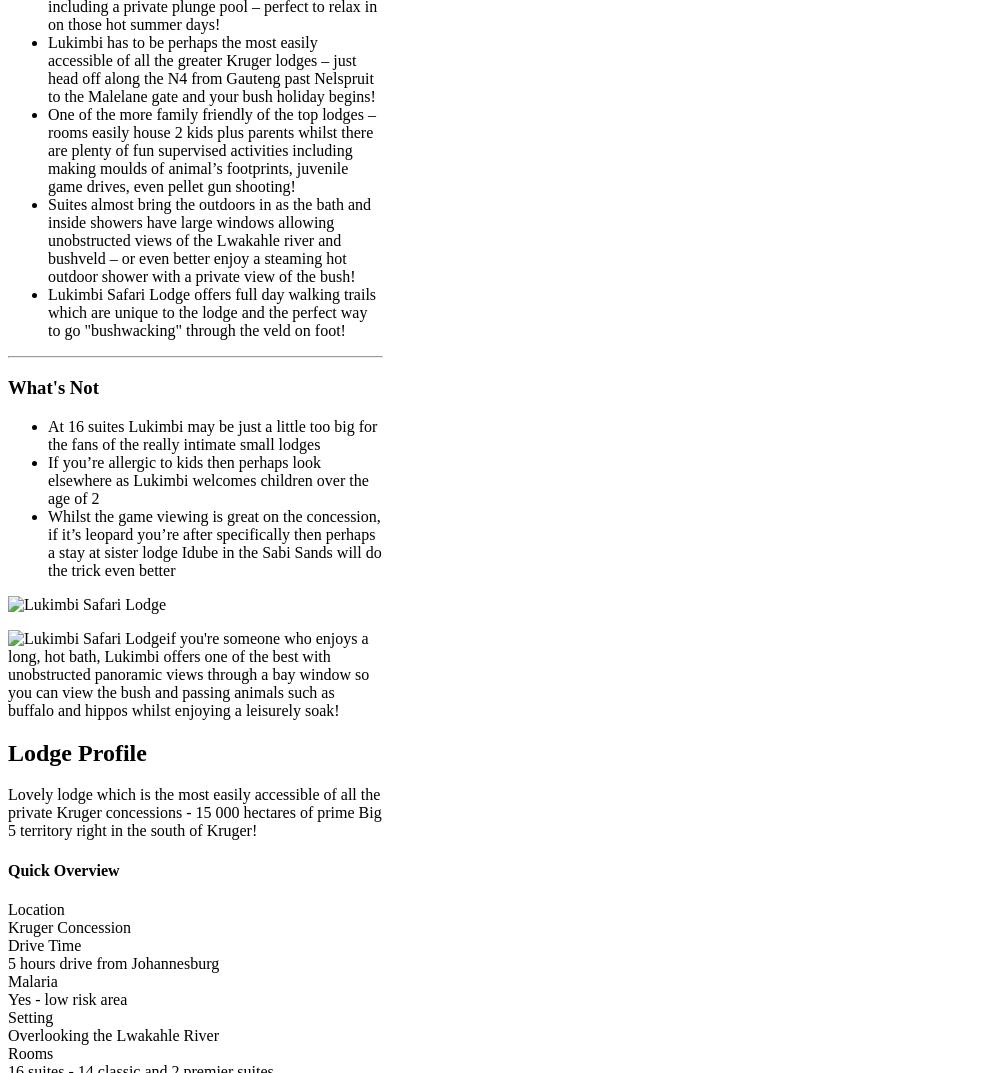 This screenshot has width=998, height=1073. What do you see at coordinates (211, 149) in the screenshot?
I see `'One of the more family friendly of the top lodges – rooms easily house 2 kids plus parents whilst there are plenty of fun supervised activities including making moulds of animal’s footprints, juvenile game drives, even pellet gun shooting!'` at bounding box center [211, 149].